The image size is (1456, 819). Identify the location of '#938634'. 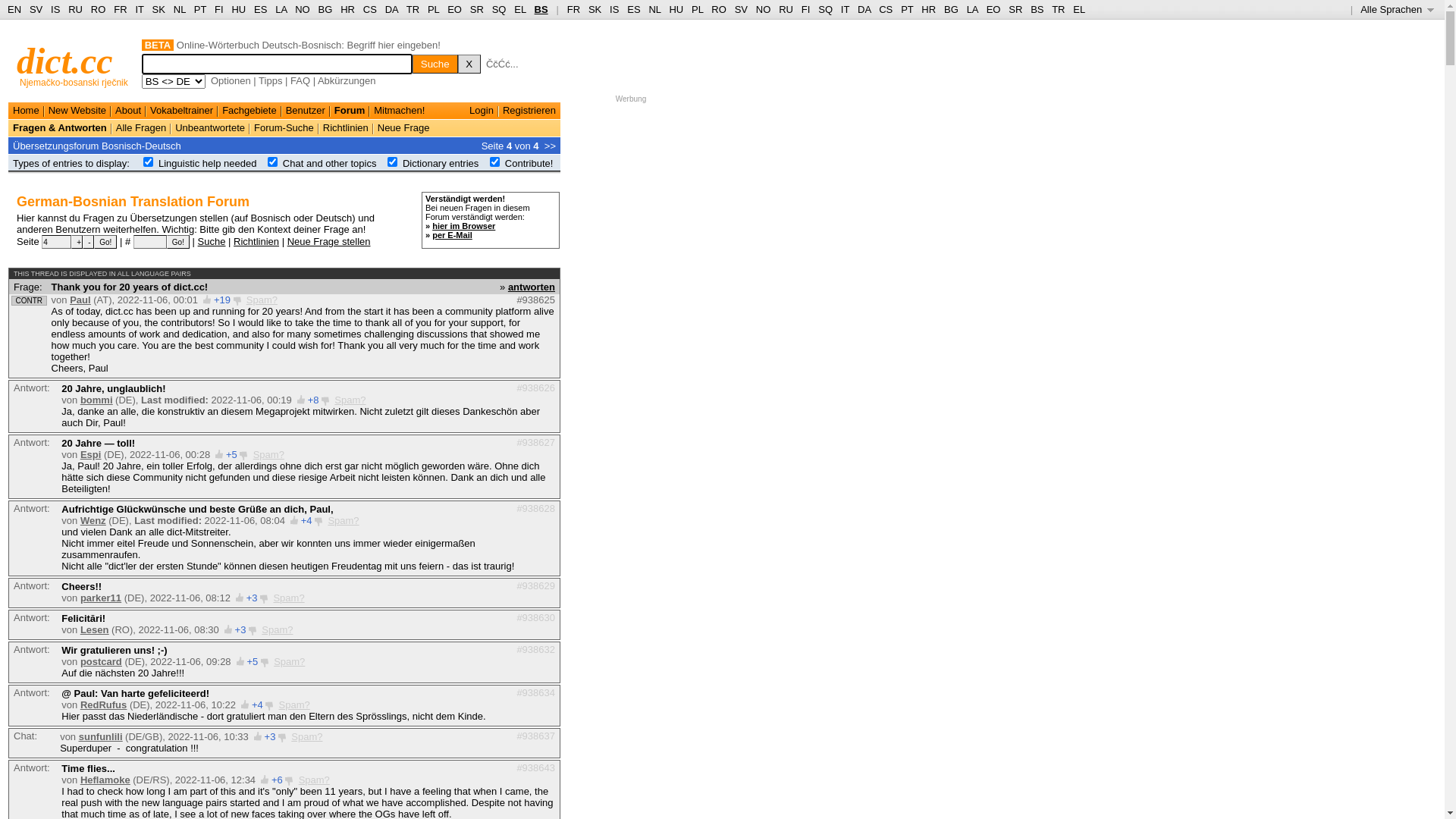
(535, 692).